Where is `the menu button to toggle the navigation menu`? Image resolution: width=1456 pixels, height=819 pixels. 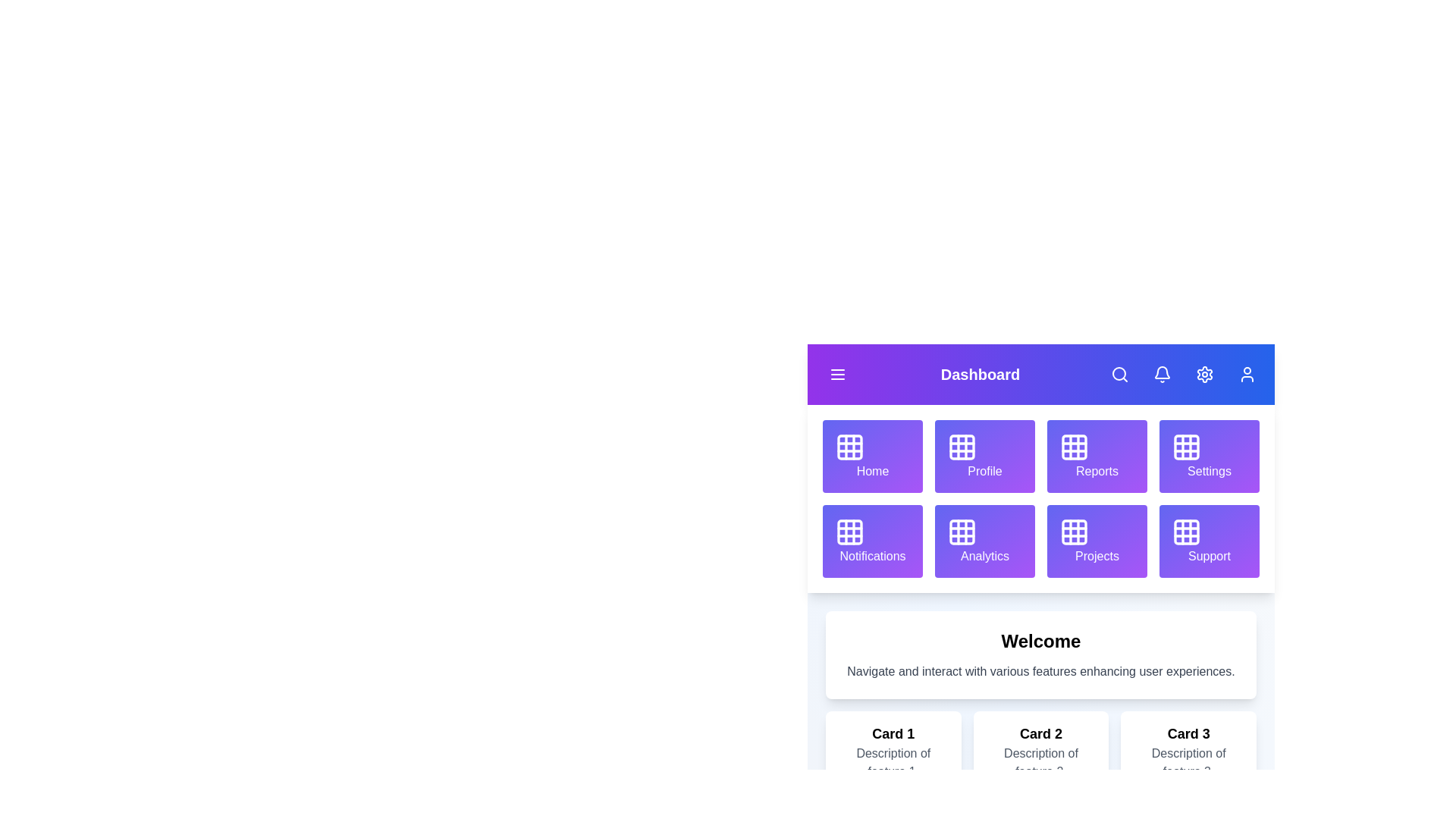
the menu button to toggle the navigation menu is located at coordinates (836, 374).